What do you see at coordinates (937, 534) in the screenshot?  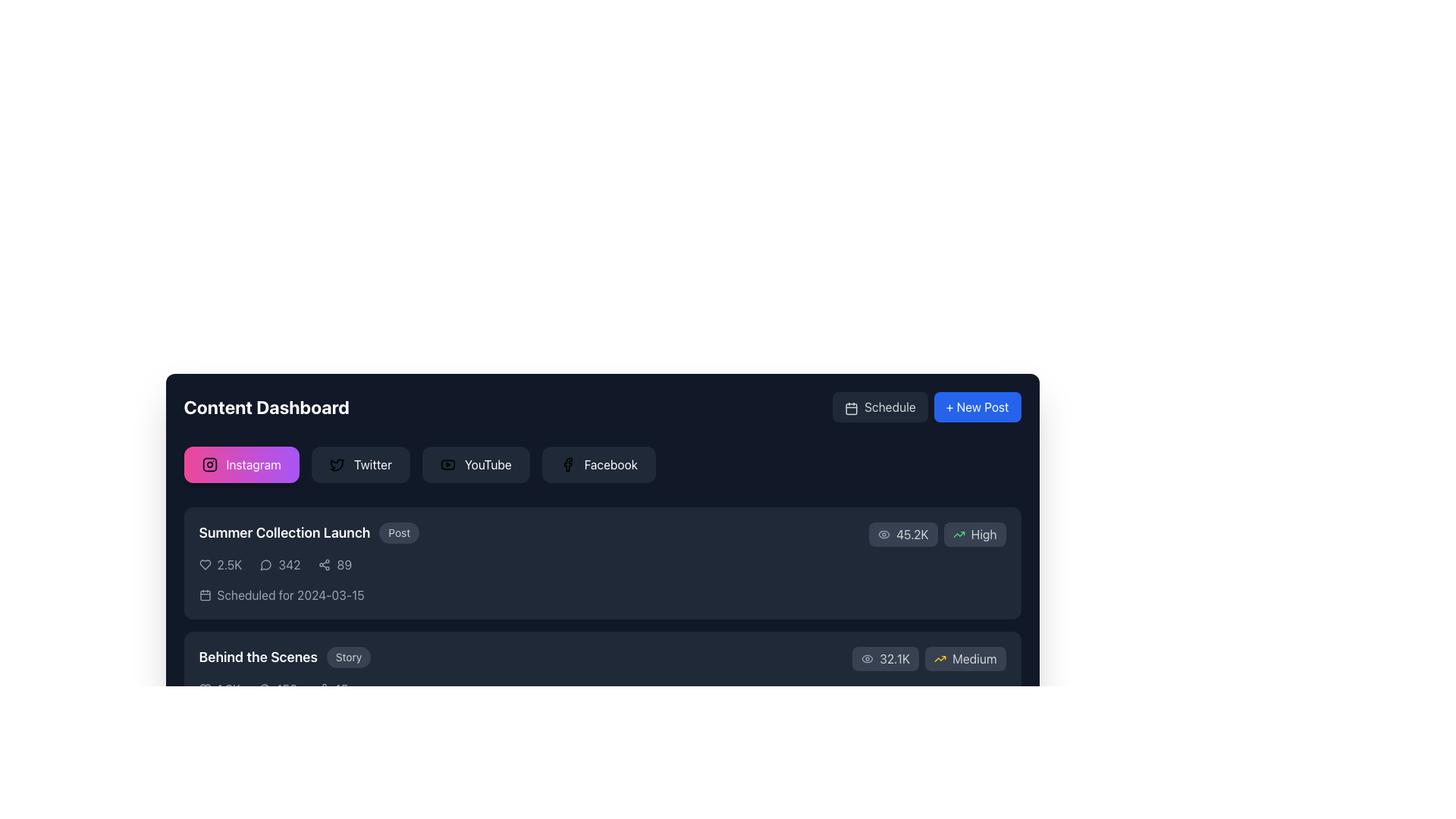 I see `the composite UI element consisting of two informational badges, which includes an eyeball icon with '45.2K' and a green upward arrow icon with 'High', located to the right of the 'Summer Collection Launch' entry` at bounding box center [937, 534].